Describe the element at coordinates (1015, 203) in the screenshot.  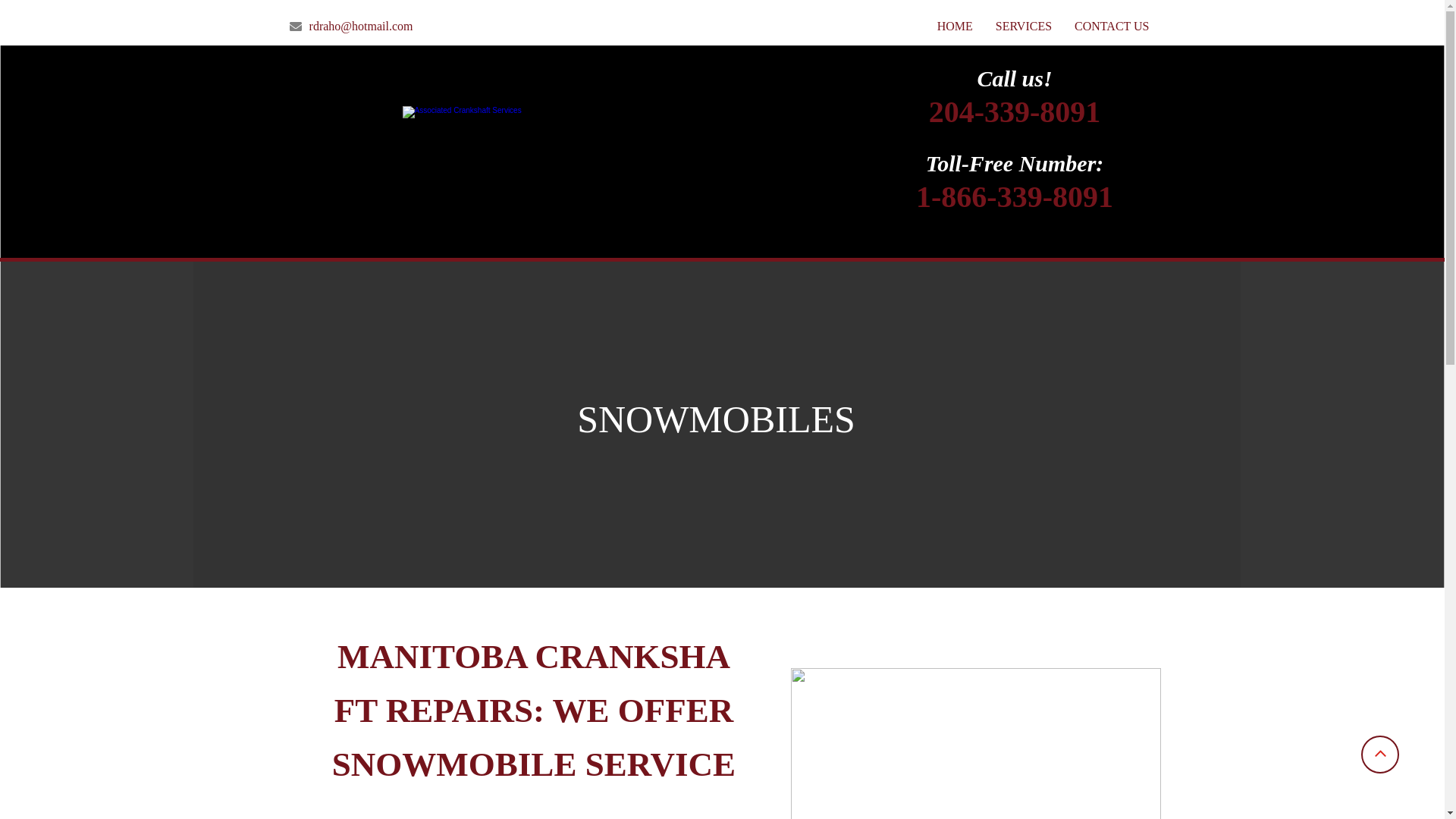
I see `'1-866-339-8091'` at that location.